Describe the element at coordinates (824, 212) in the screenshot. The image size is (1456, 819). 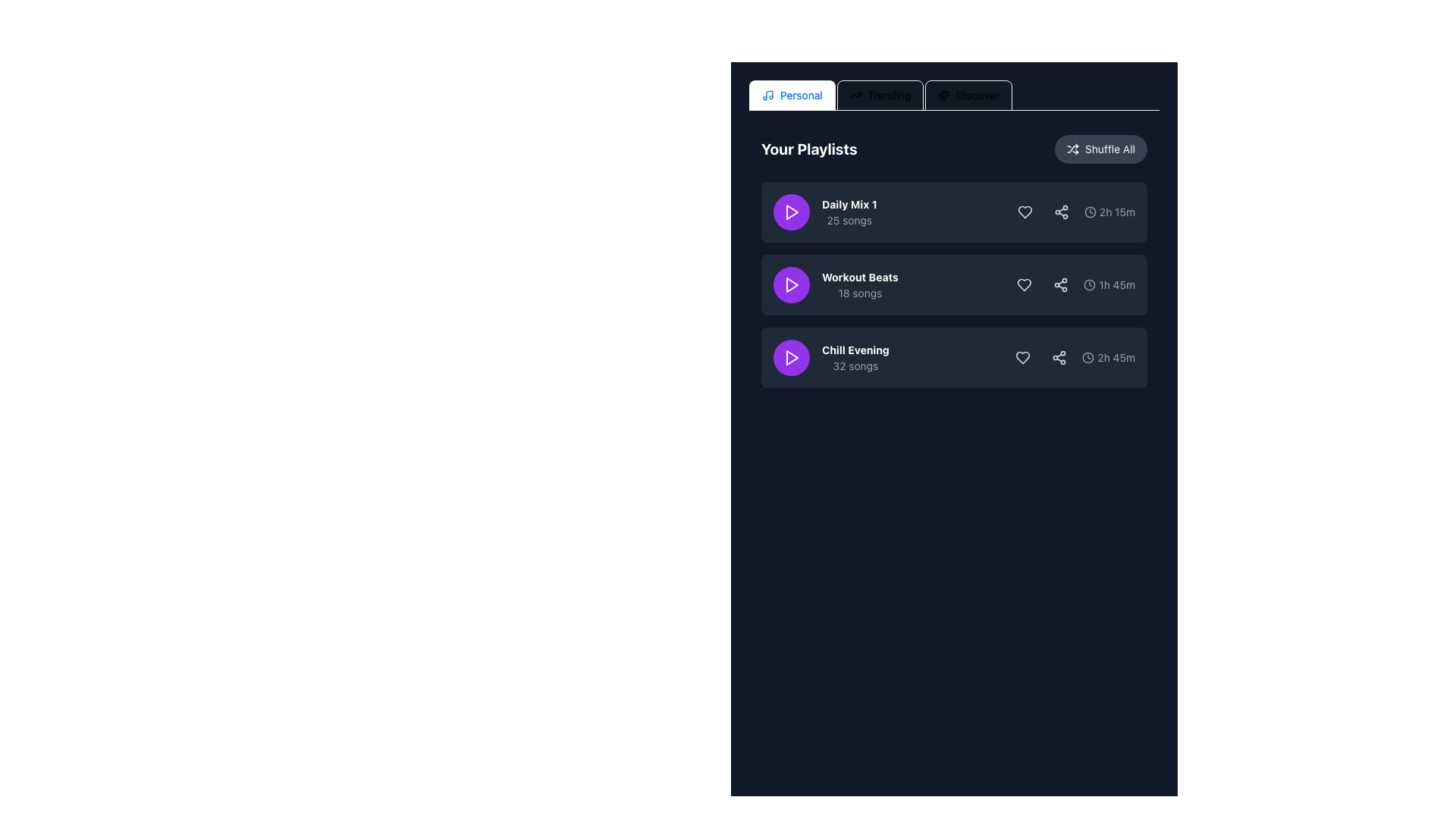
I see `text label displaying 'Daily Mix 1' and '25 songs', which is aligned to the right of a purple circular play button in the first row of the playlist items under 'Your Playlists'` at that location.